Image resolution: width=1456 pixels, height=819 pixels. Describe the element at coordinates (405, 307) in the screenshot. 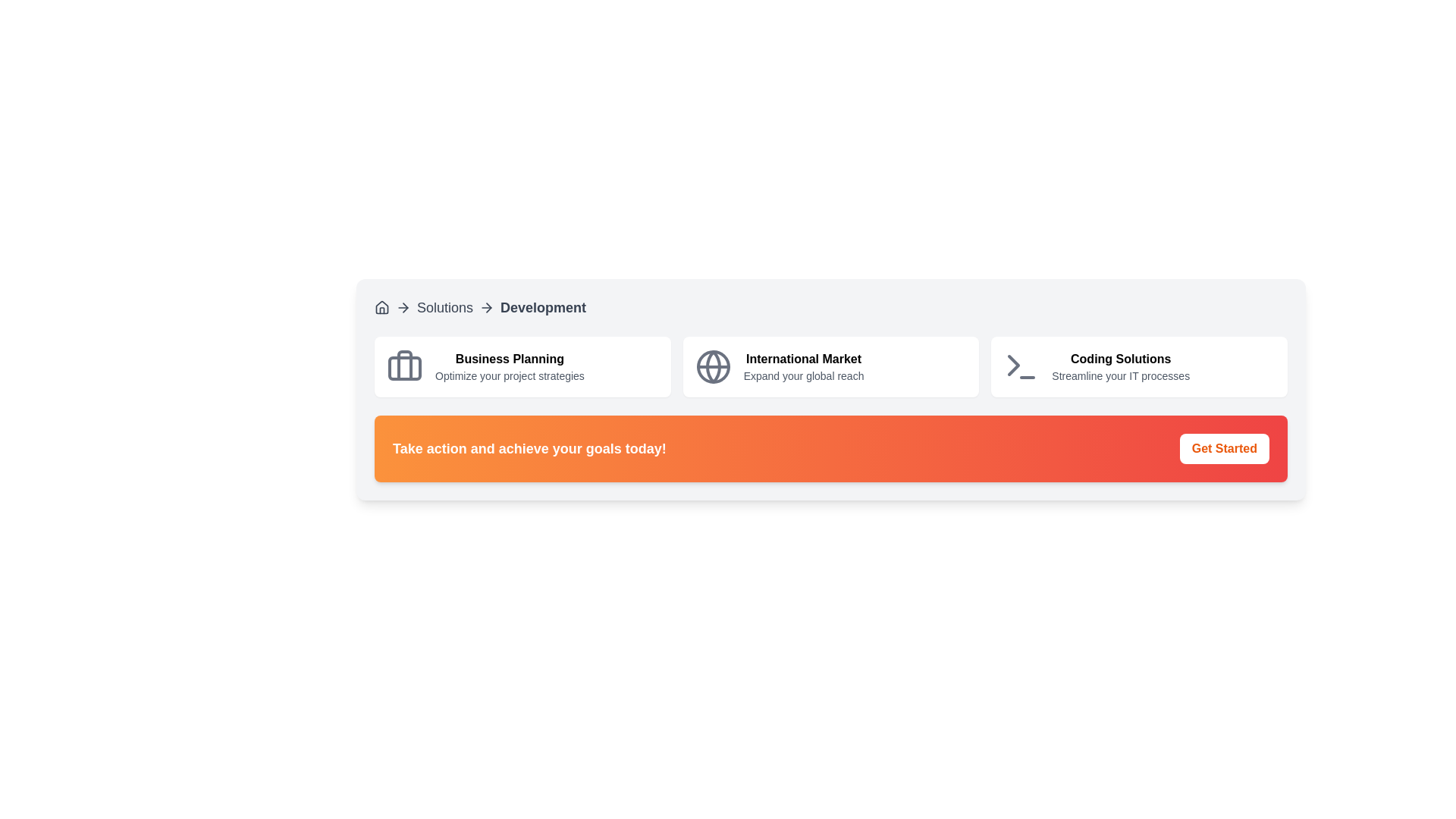

I see `the right-pointing arrow icon in the navigation breadcrumb trail, which is located right after the 'Solutions' text and before the 'Development' text` at that location.